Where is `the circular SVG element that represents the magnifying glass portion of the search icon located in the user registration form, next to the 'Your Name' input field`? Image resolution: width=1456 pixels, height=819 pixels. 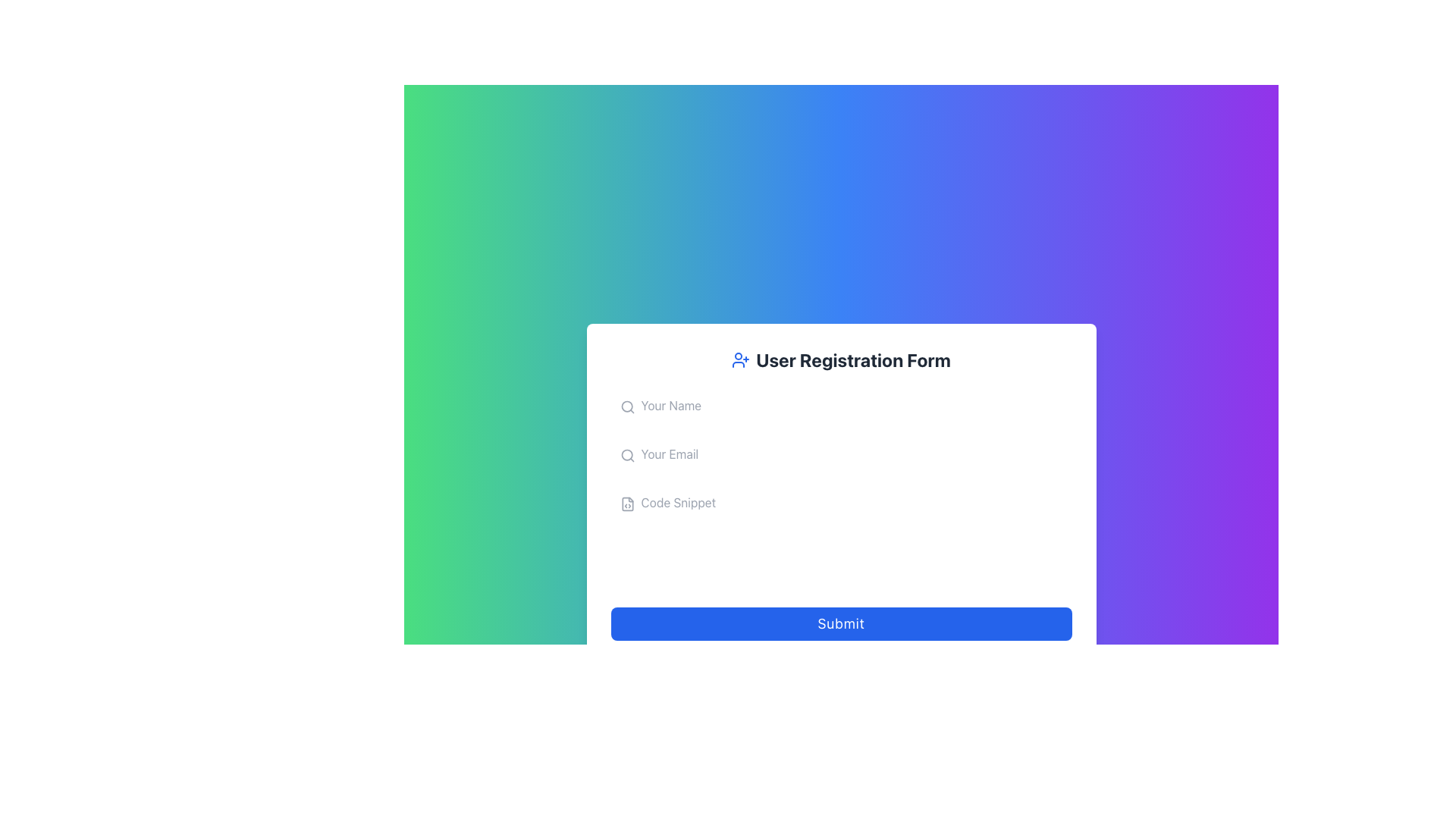 the circular SVG element that represents the magnifying glass portion of the search icon located in the user registration form, next to the 'Your Name' input field is located at coordinates (626, 406).